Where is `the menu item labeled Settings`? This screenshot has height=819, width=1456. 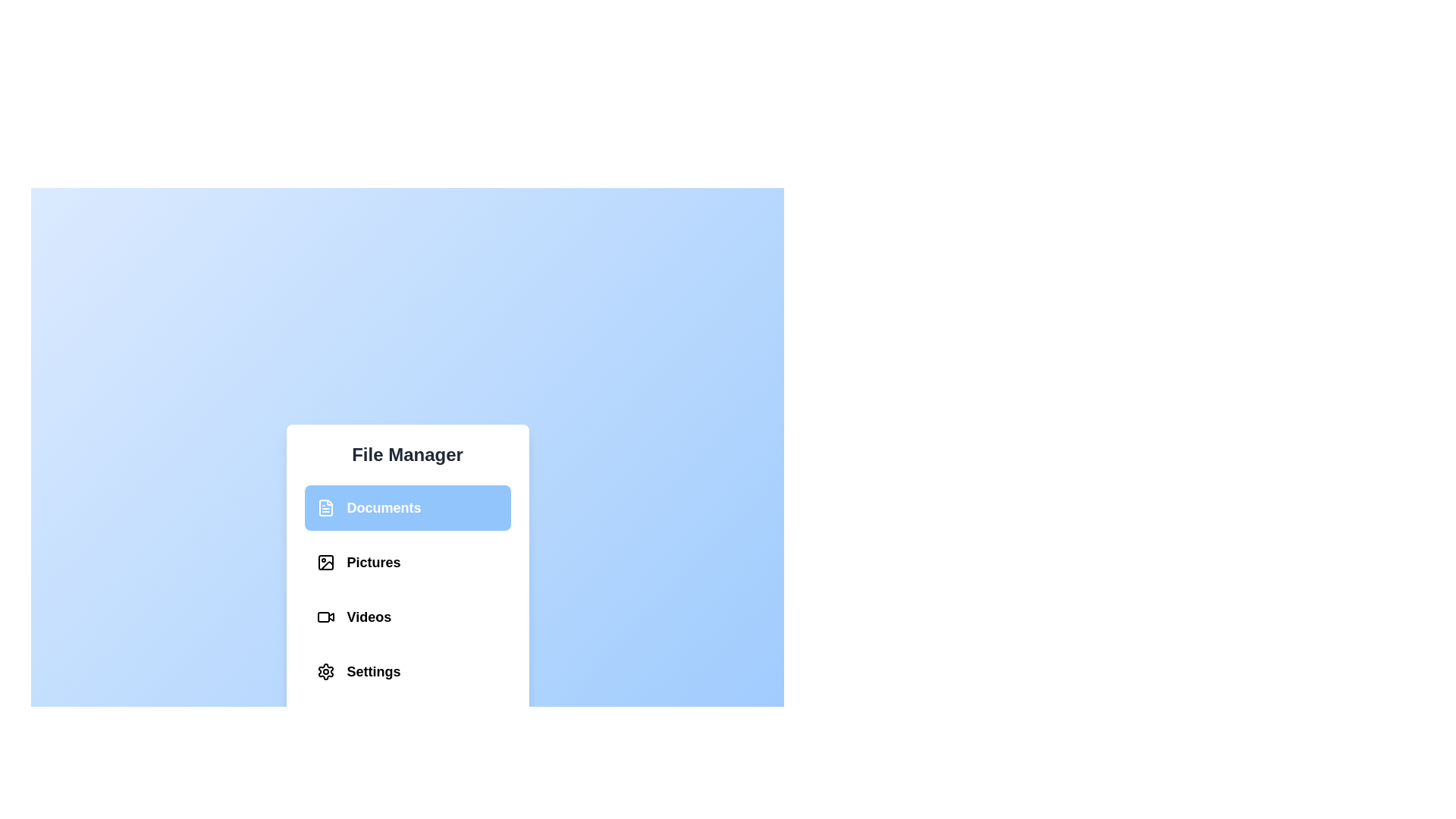
the menu item labeled Settings is located at coordinates (407, 671).